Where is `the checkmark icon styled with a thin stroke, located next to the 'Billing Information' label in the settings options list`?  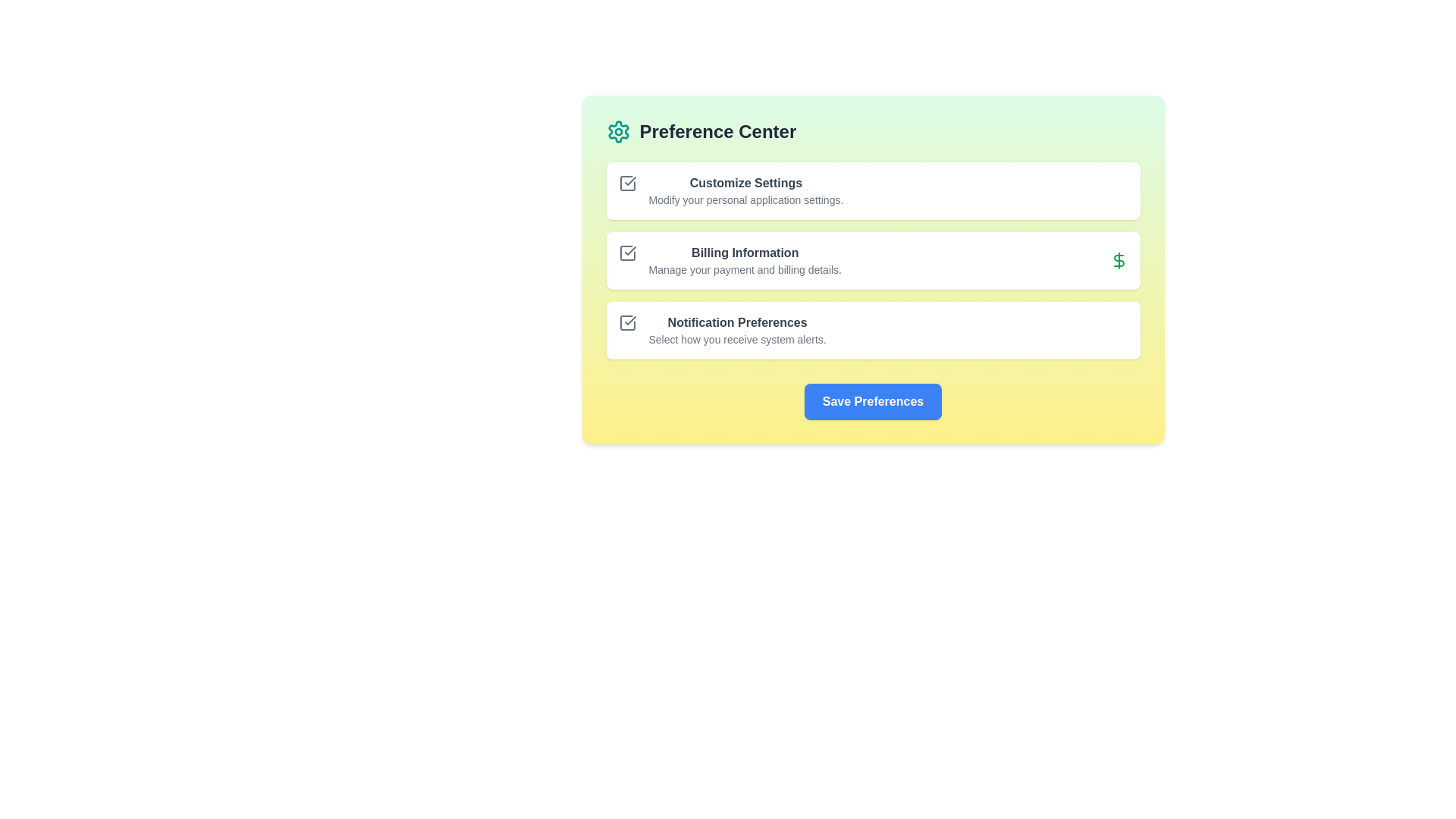 the checkmark icon styled with a thin stroke, located next to the 'Billing Information' label in the settings options list is located at coordinates (629, 250).